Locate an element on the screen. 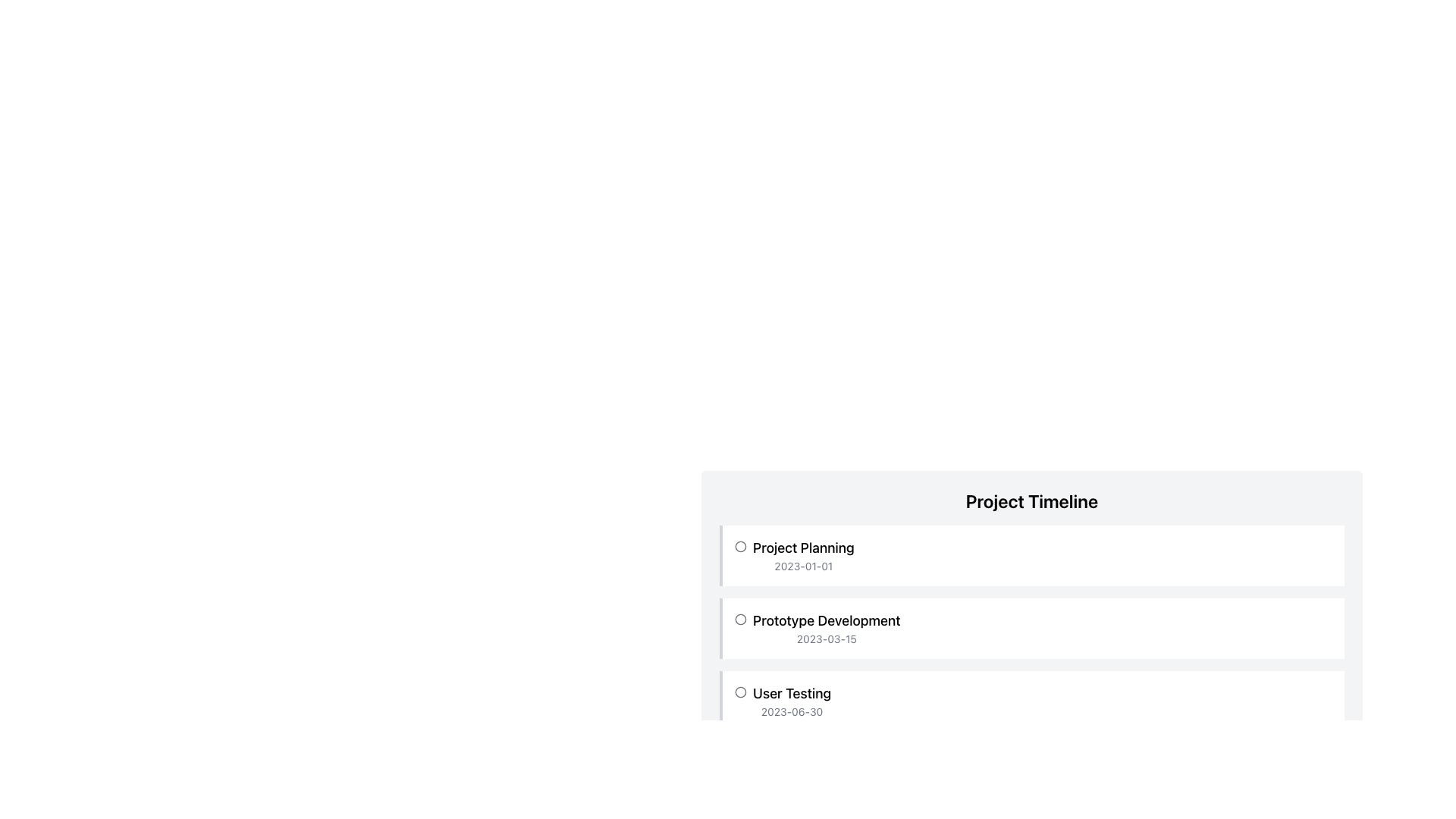 Image resolution: width=1456 pixels, height=819 pixels. the icon located to the left of the 'Prototype Development' text in the second row of the list is located at coordinates (741, 620).